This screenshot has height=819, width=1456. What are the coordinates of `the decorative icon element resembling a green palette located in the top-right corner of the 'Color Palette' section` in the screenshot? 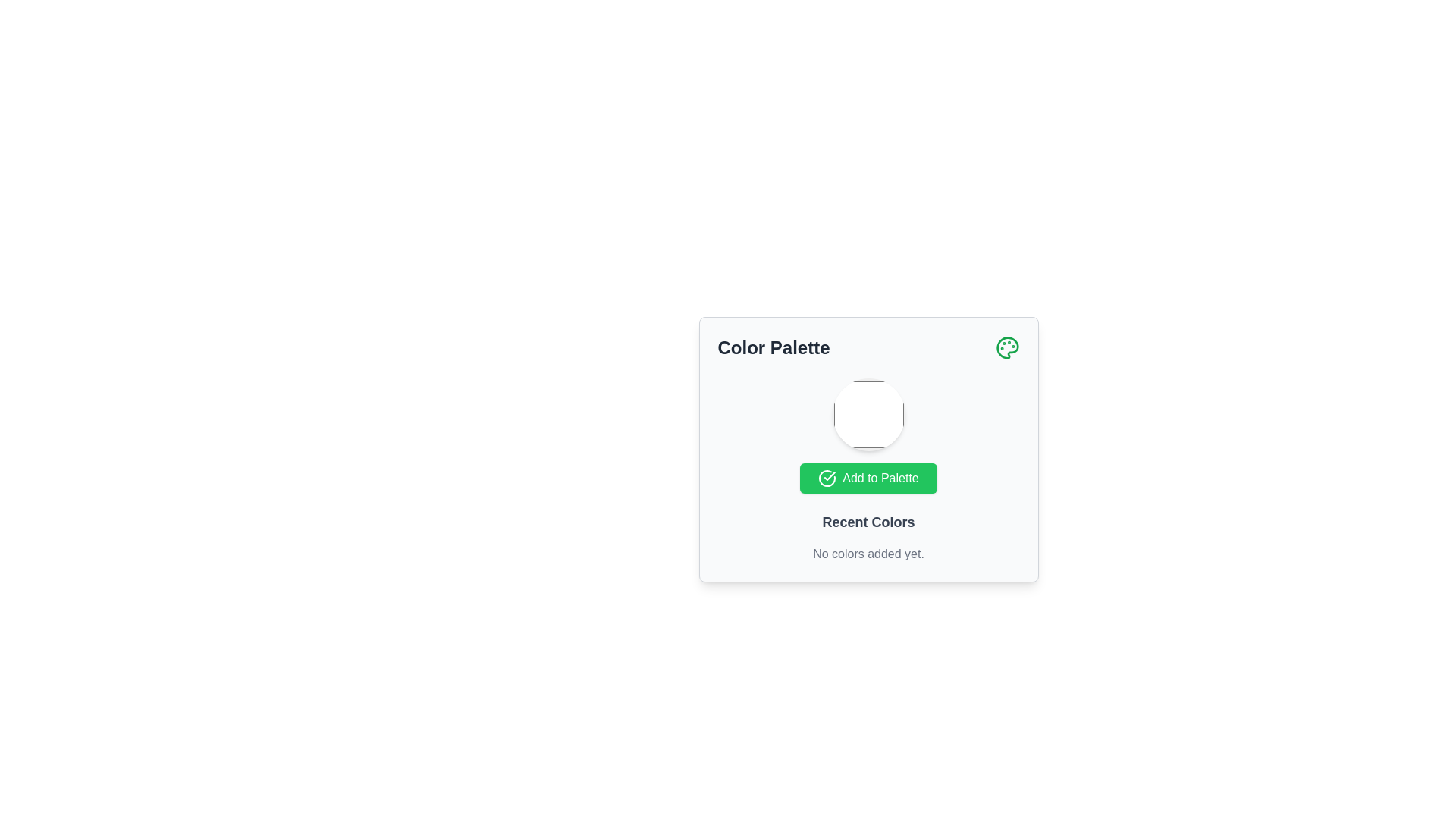 It's located at (1007, 348).